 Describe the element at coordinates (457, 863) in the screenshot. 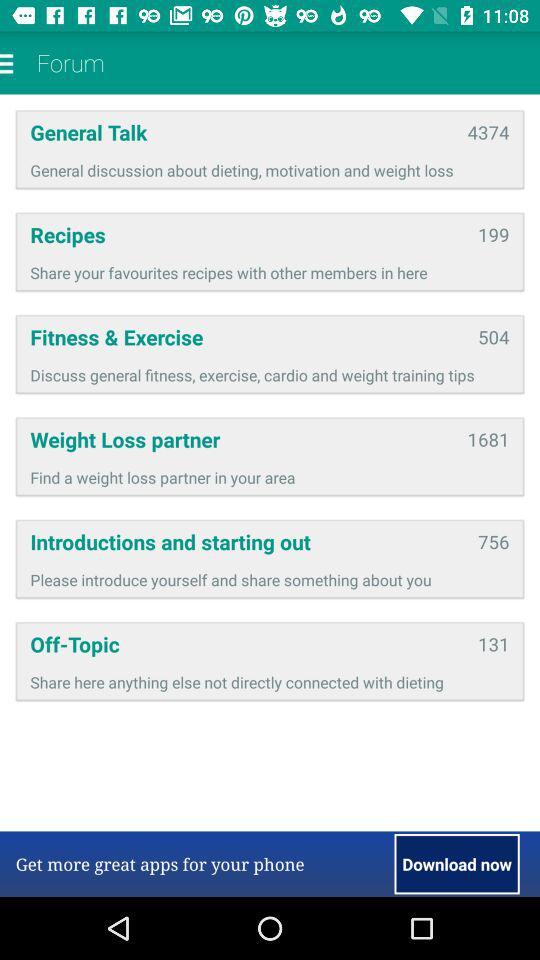

I see `the item next to the get more great item` at that location.